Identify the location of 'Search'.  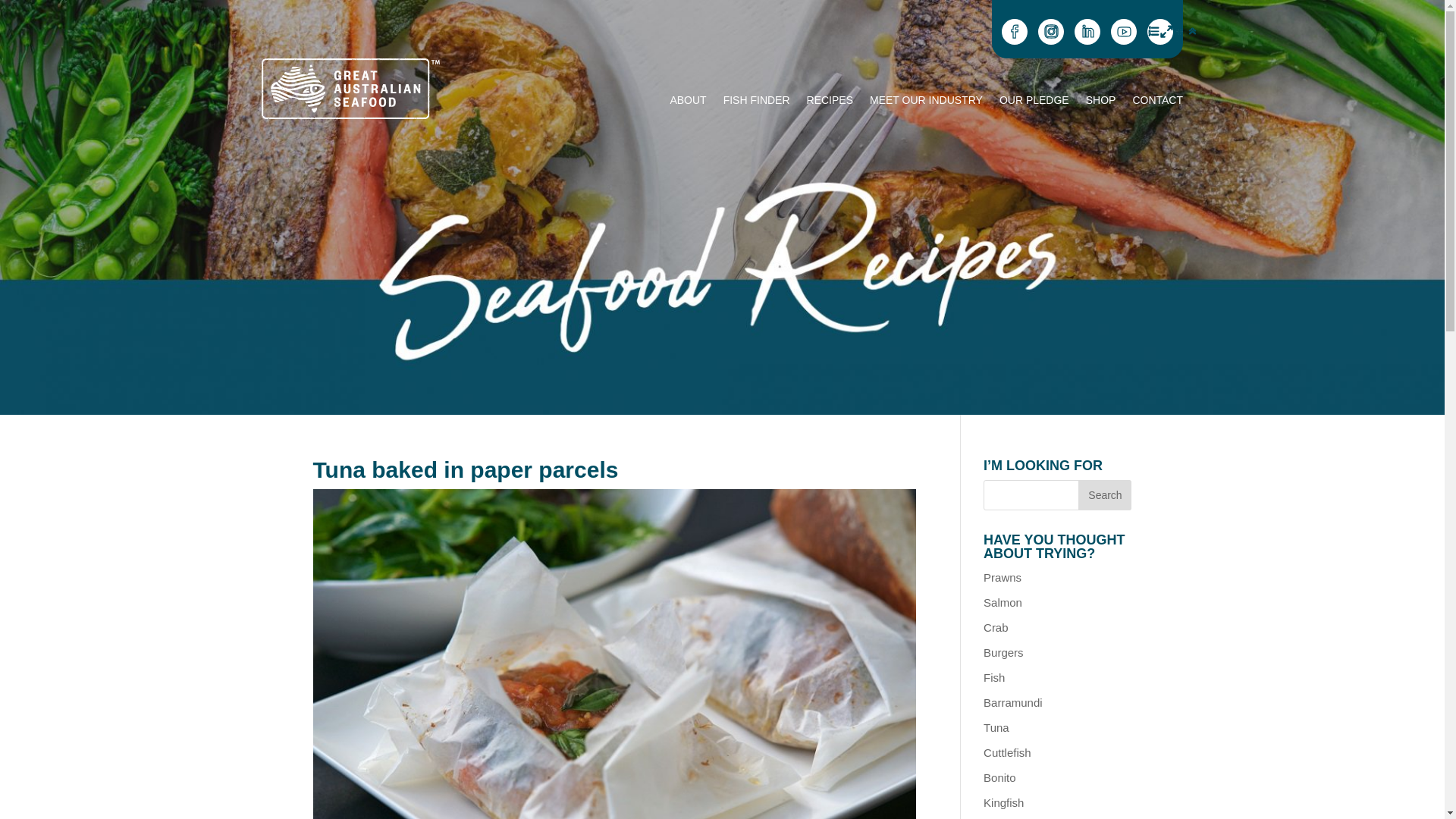
(1077, 494).